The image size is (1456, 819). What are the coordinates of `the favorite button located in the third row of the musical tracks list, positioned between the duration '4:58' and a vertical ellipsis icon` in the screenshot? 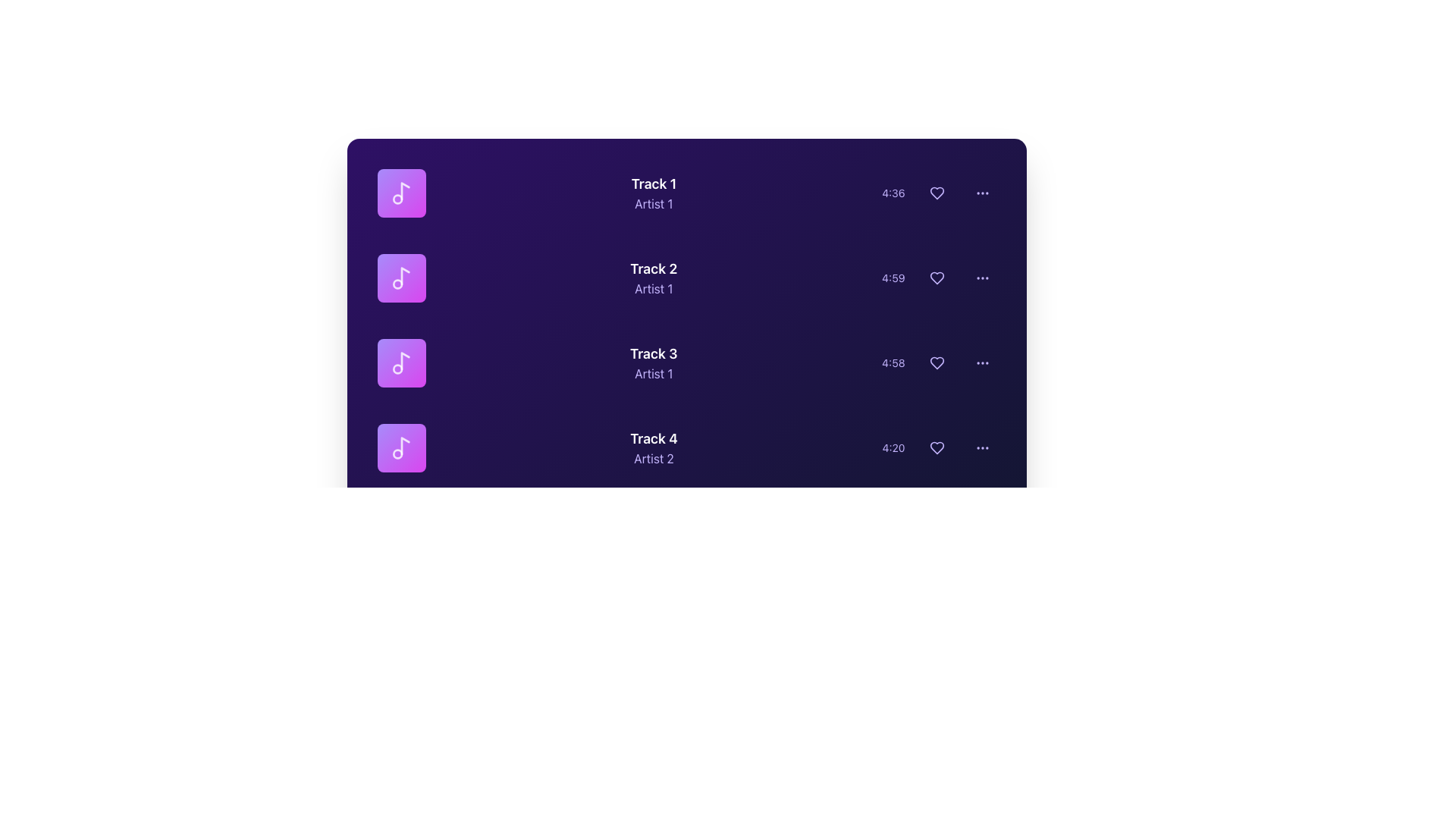 It's located at (938, 362).